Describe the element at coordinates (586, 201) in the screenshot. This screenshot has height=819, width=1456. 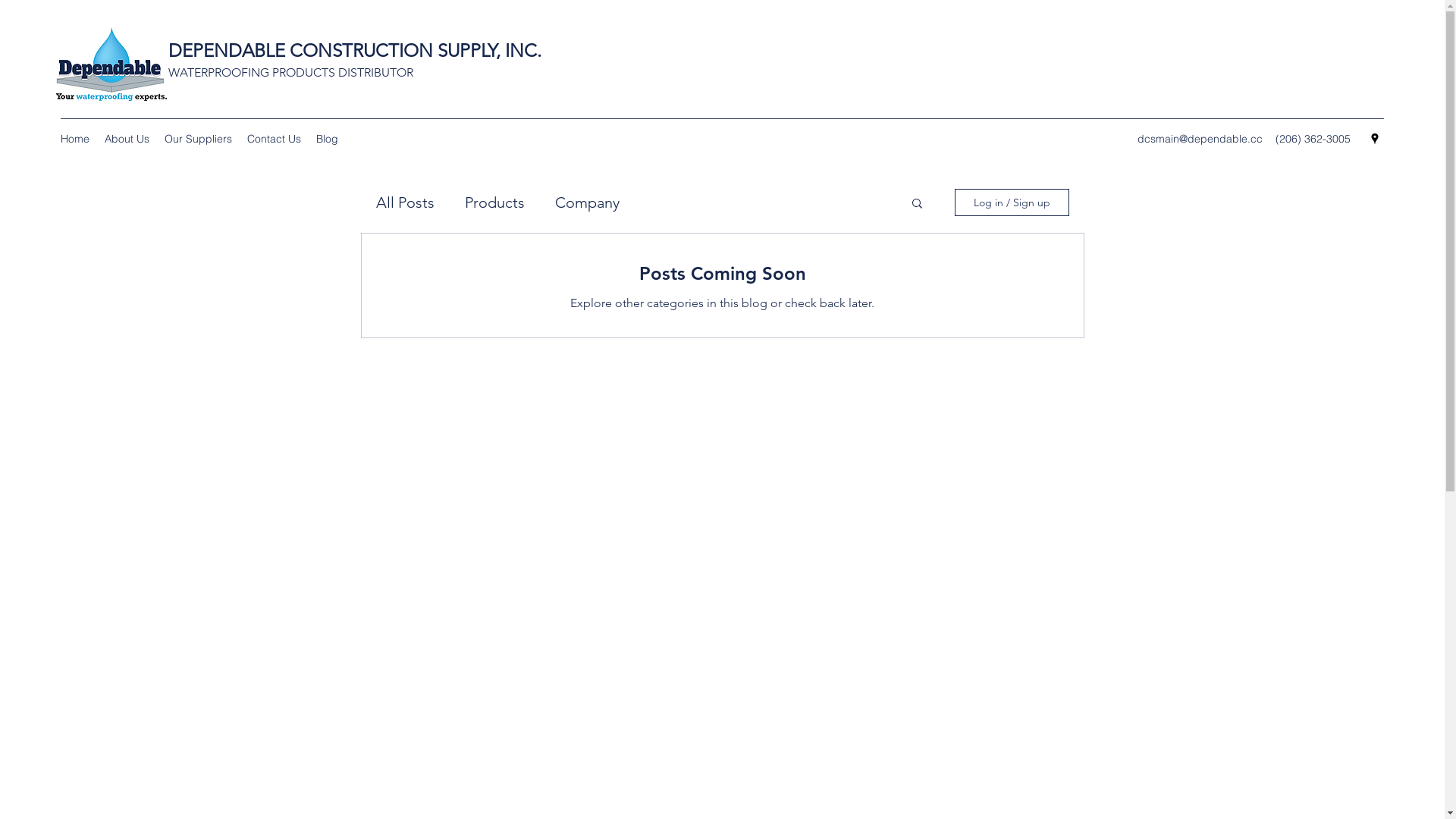
I see `'Company'` at that location.